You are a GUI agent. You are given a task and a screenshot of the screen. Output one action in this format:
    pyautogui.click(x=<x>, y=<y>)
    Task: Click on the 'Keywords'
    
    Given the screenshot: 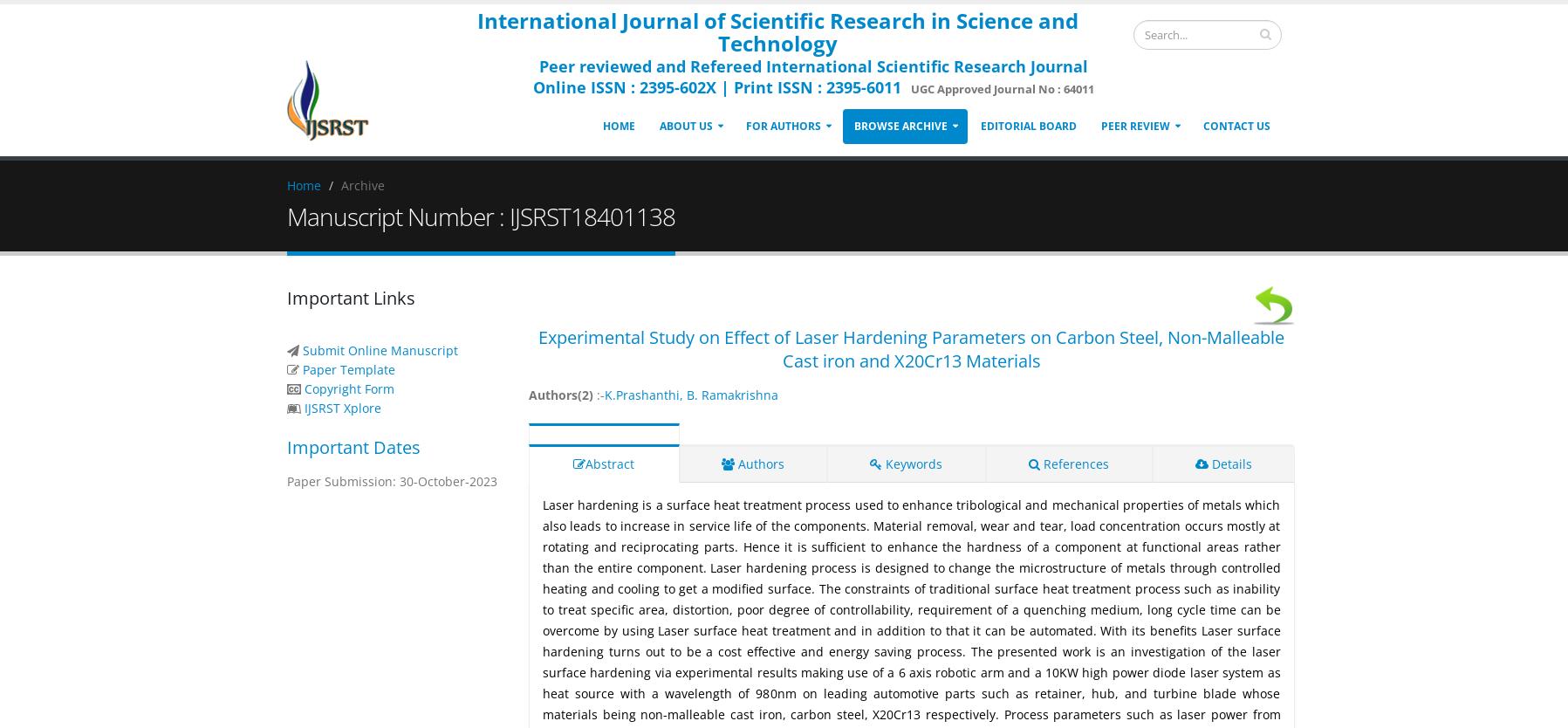 What is the action you would take?
    pyautogui.click(x=912, y=463)
    